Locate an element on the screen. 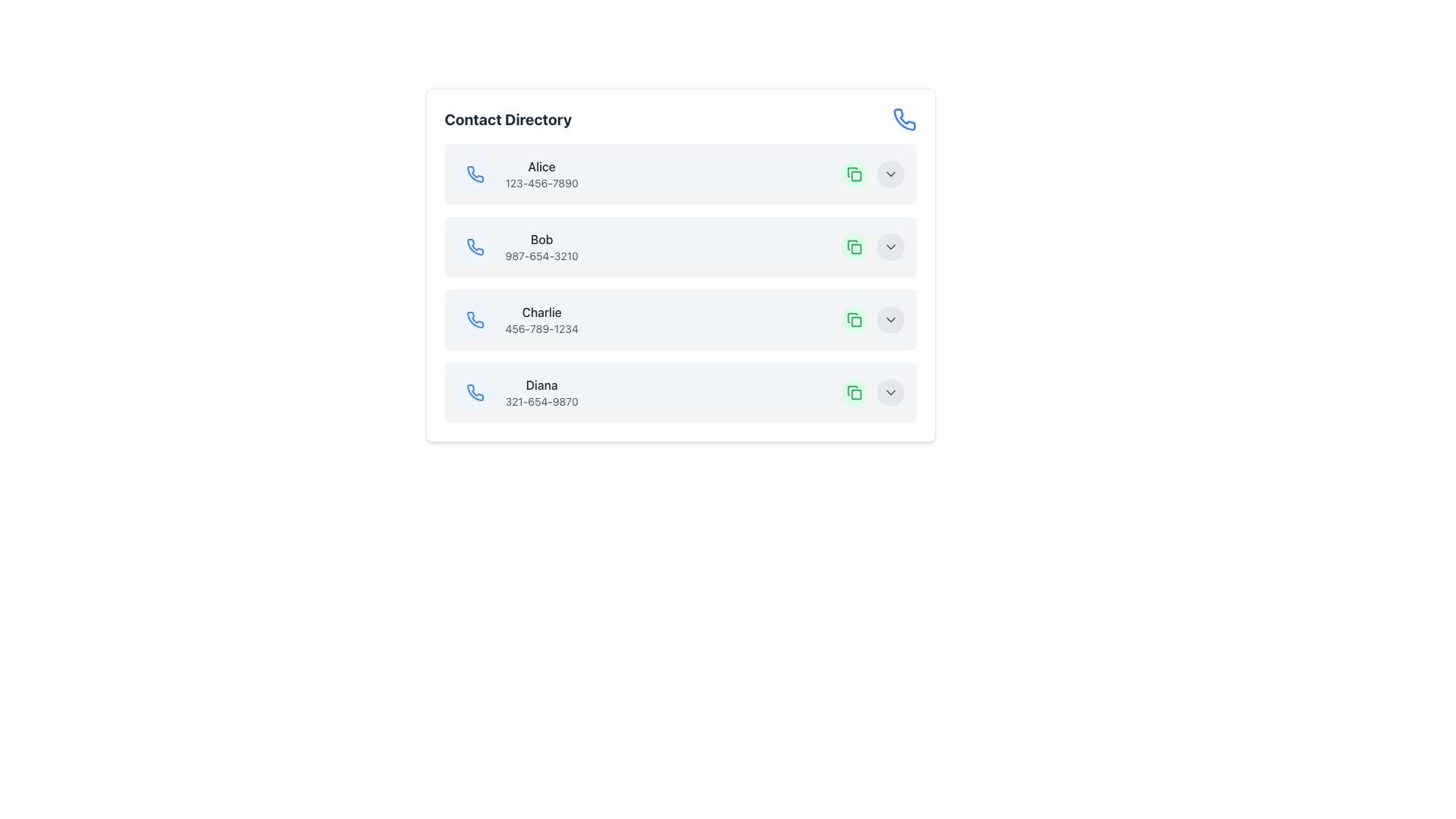  the Text Label displaying the name 'Bob' in bold black text, which is located in the second entry of the contact list above the phone number '987-654-3210 is located at coordinates (541, 239).